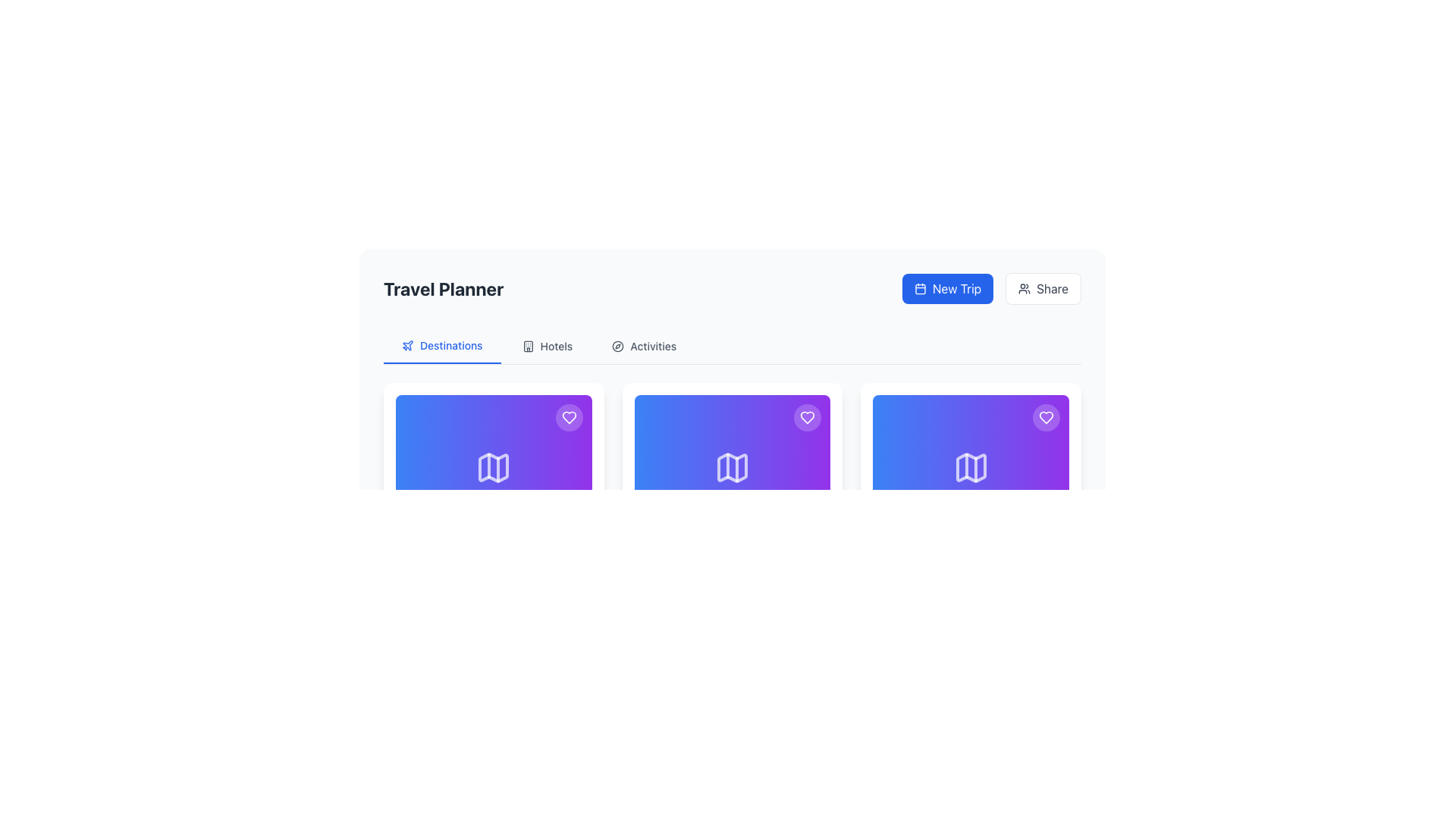 The width and height of the screenshot is (1456, 819). Describe the element at coordinates (1045, 418) in the screenshot. I see `the circular button with a white heart outline on a gradient purple background, located in the top-right corner of the third card, to trigger visual feedback` at that location.